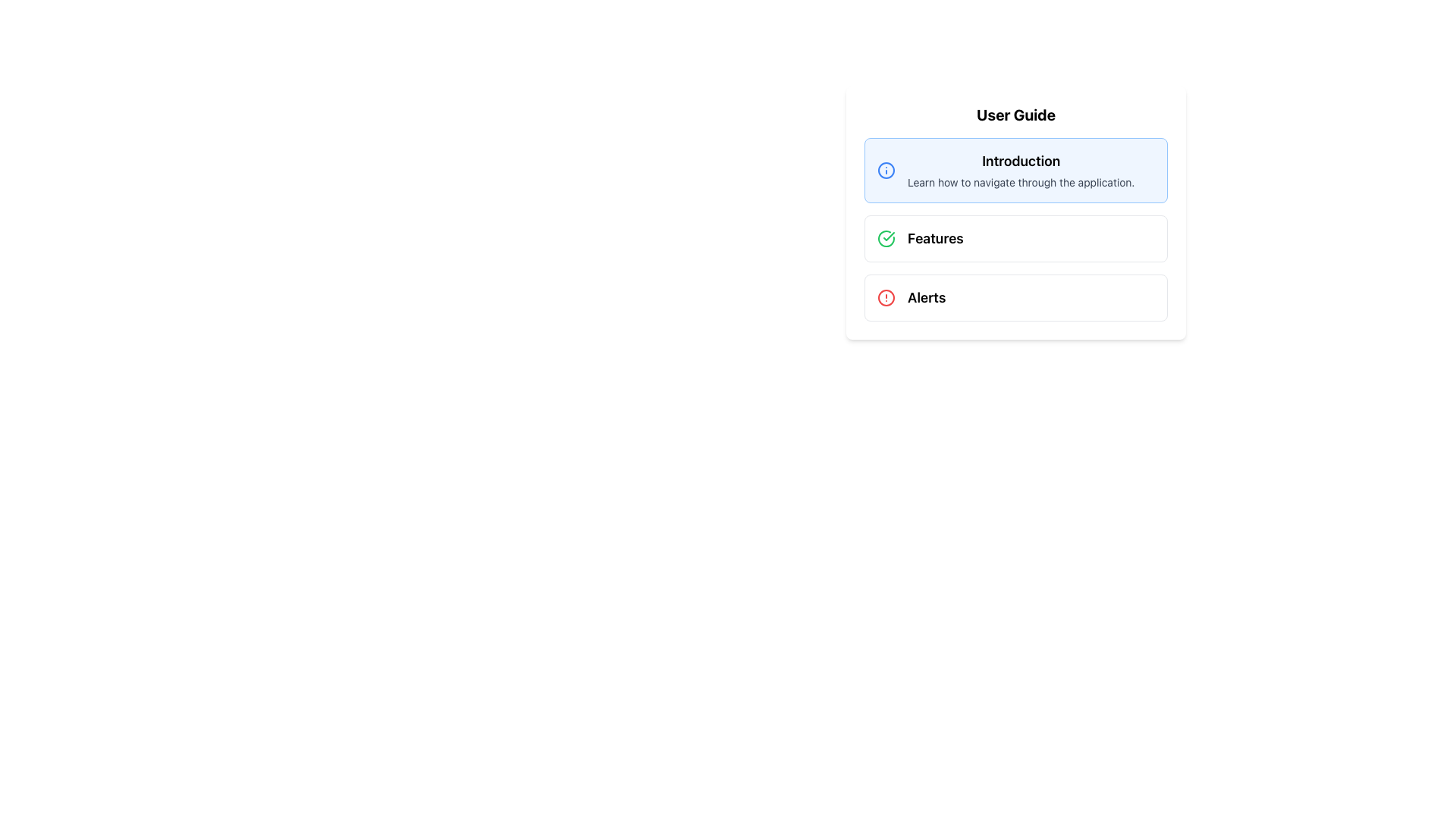 Image resolution: width=1456 pixels, height=819 pixels. Describe the element at coordinates (1021, 170) in the screenshot. I see `text block titled 'Introduction' with subtitle 'Learn how to navigate through the application.' located in the first card of the 'User Guide' section, positioned to the right of an information icon` at that location.